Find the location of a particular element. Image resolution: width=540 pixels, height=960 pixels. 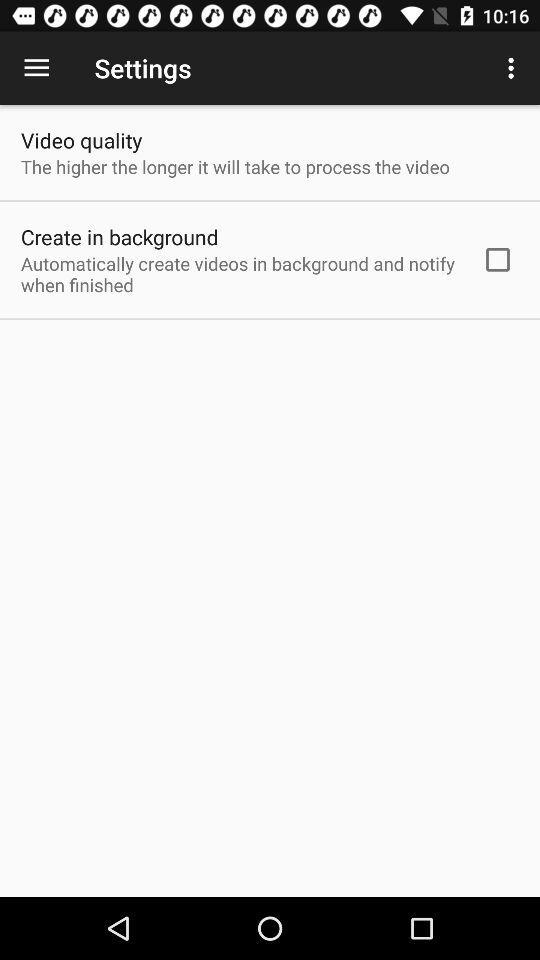

the video quality is located at coordinates (80, 139).